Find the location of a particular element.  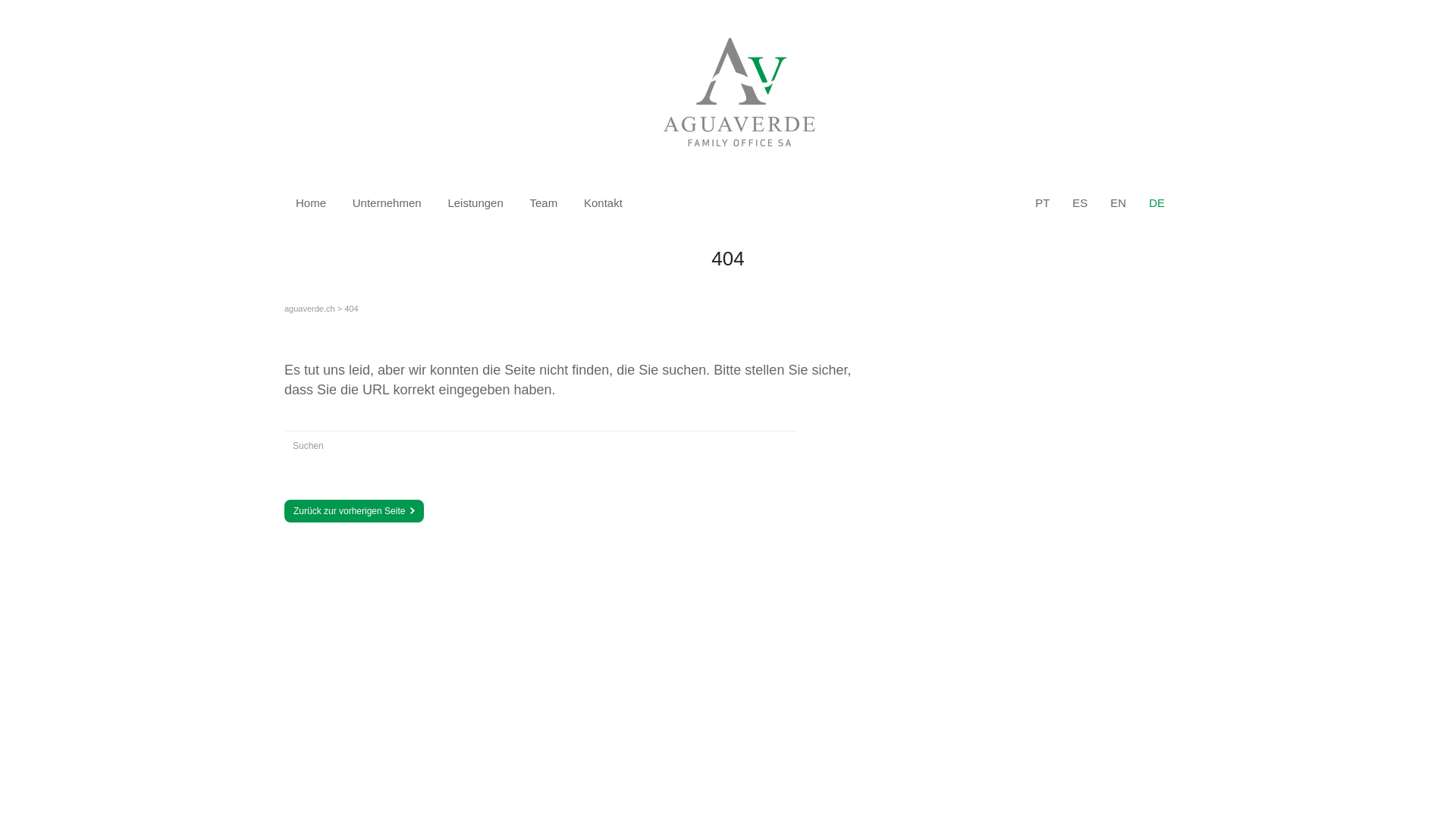

'Home' is located at coordinates (309, 202).